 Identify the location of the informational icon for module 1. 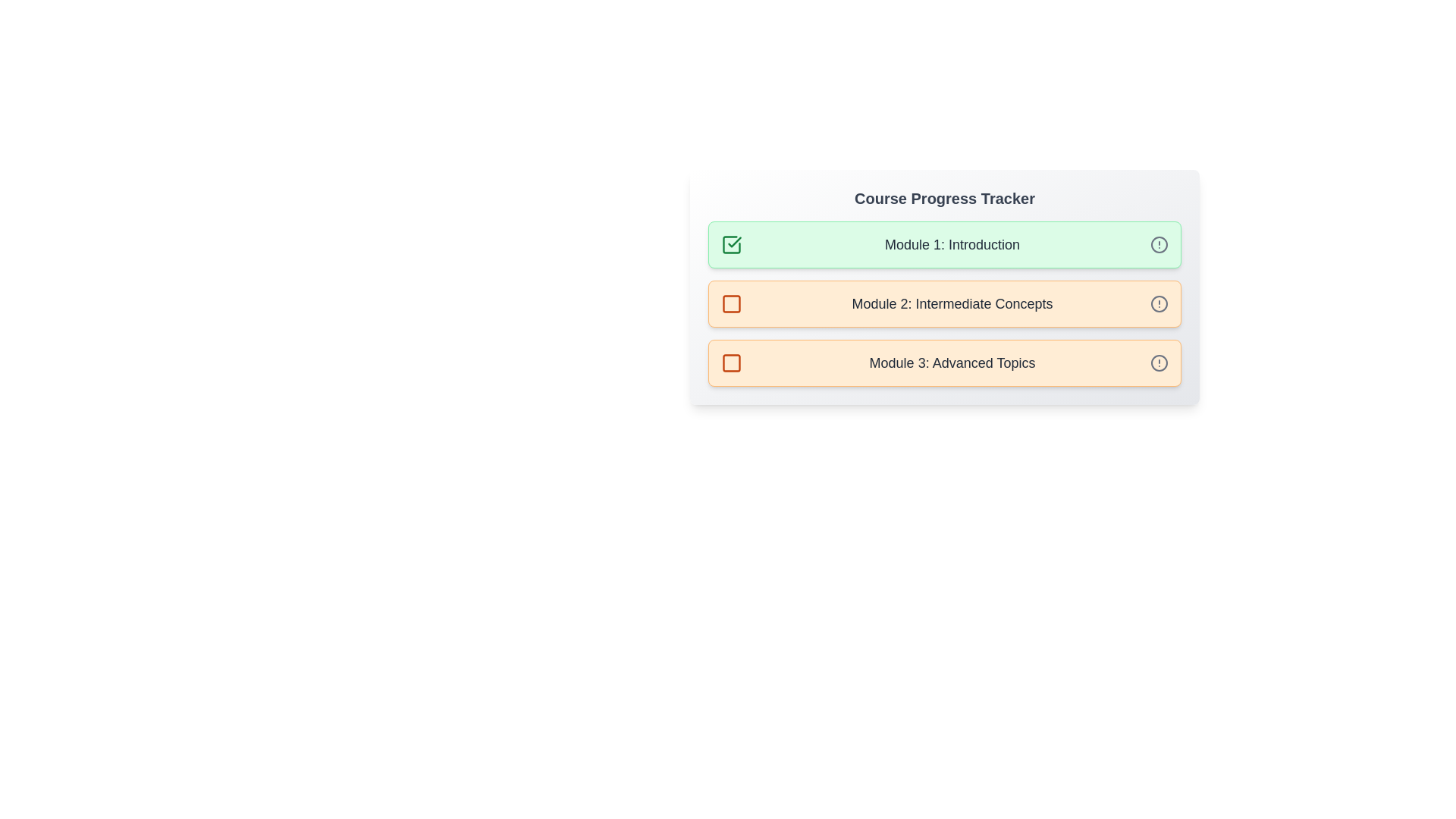
(1159, 244).